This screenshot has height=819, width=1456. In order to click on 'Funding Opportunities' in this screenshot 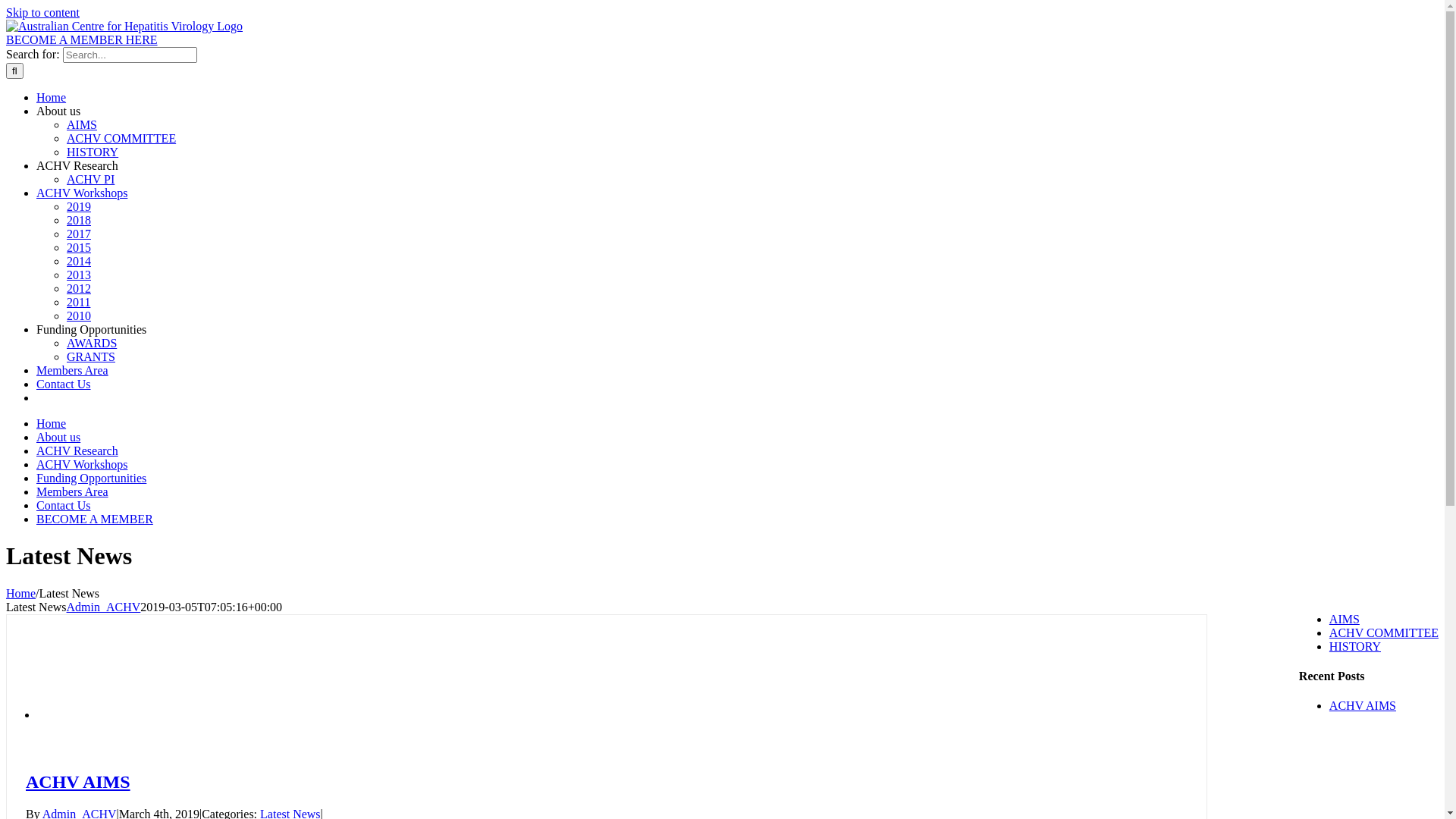, I will do `click(90, 478)`.